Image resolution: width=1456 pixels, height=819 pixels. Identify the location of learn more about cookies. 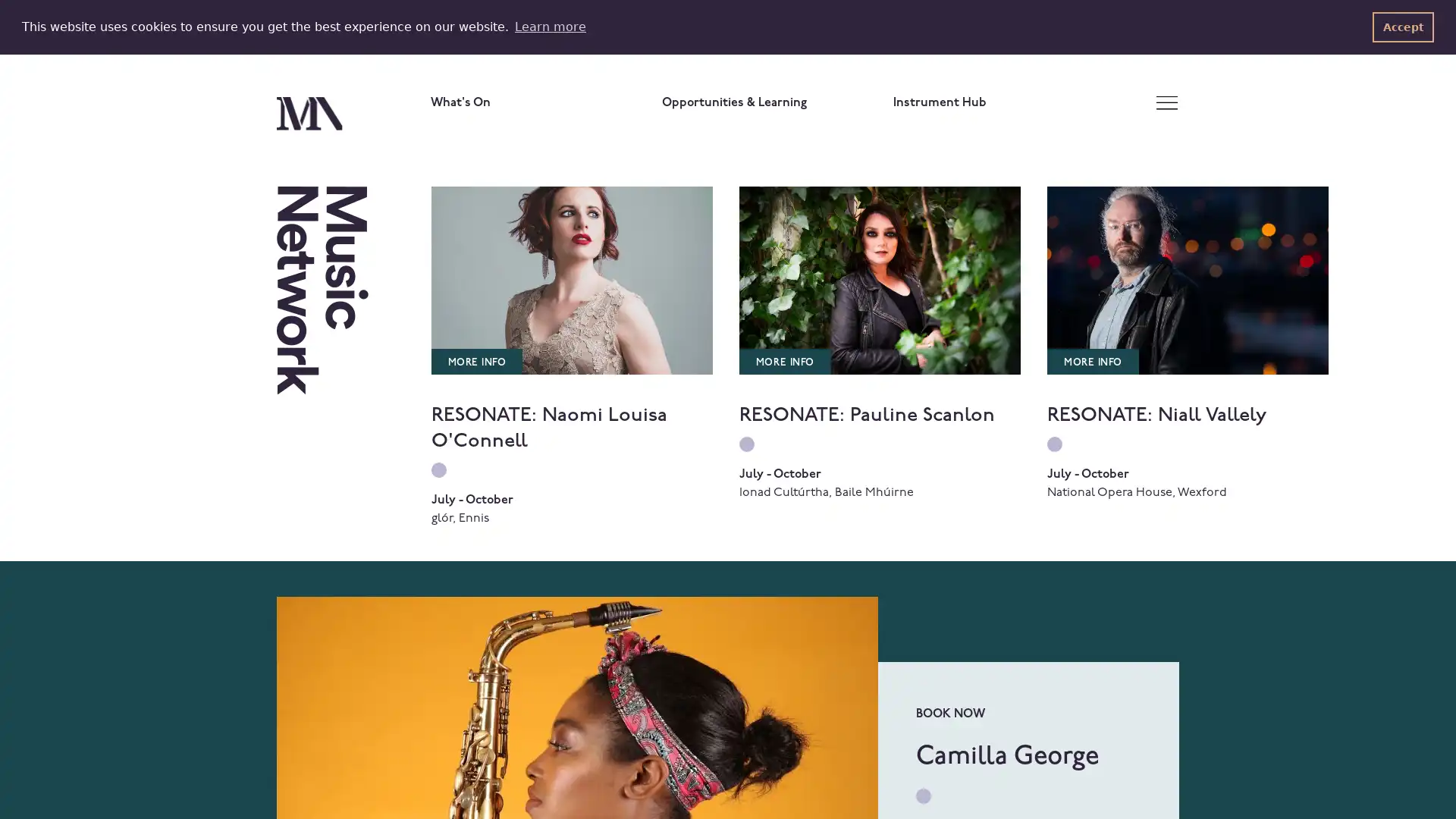
(549, 26).